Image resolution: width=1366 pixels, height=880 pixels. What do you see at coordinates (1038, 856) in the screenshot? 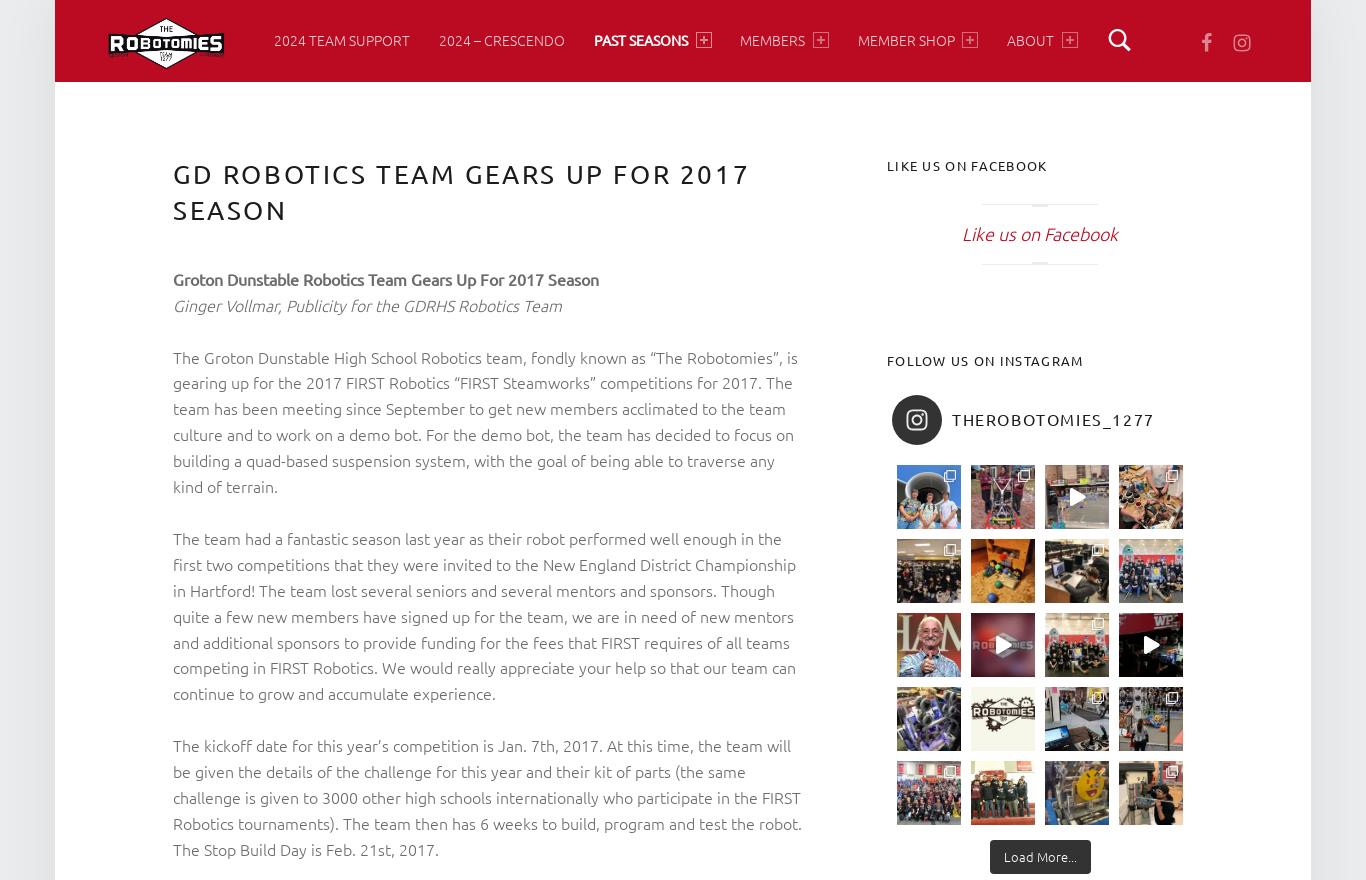
I see `'Load More...'` at bounding box center [1038, 856].